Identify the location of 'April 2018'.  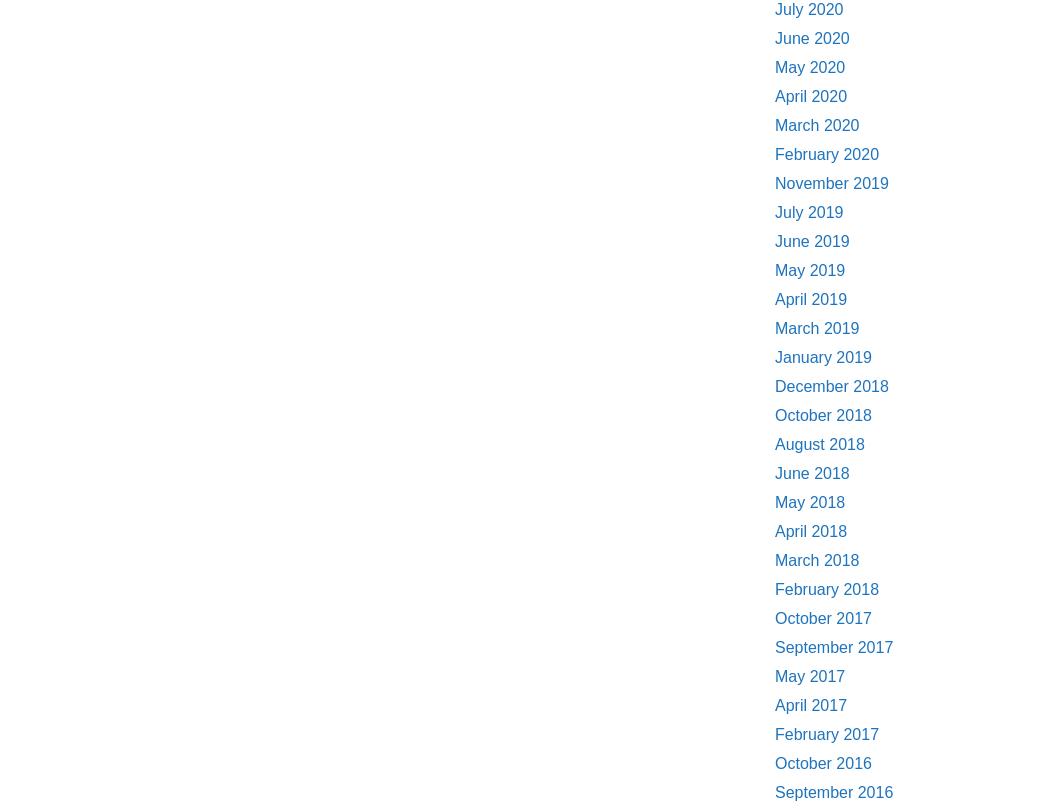
(810, 530).